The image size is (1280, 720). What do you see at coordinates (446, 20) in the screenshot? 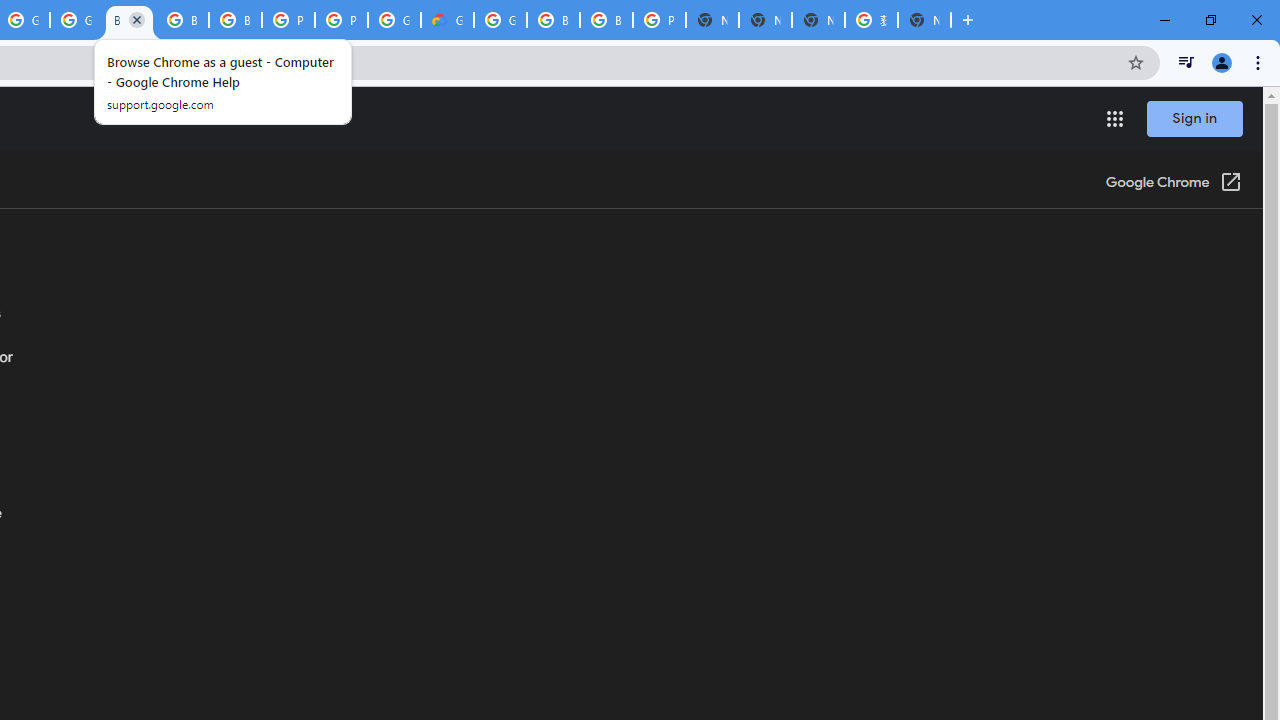
I see `'Google Cloud Estimate Summary'` at bounding box center [446, 20].